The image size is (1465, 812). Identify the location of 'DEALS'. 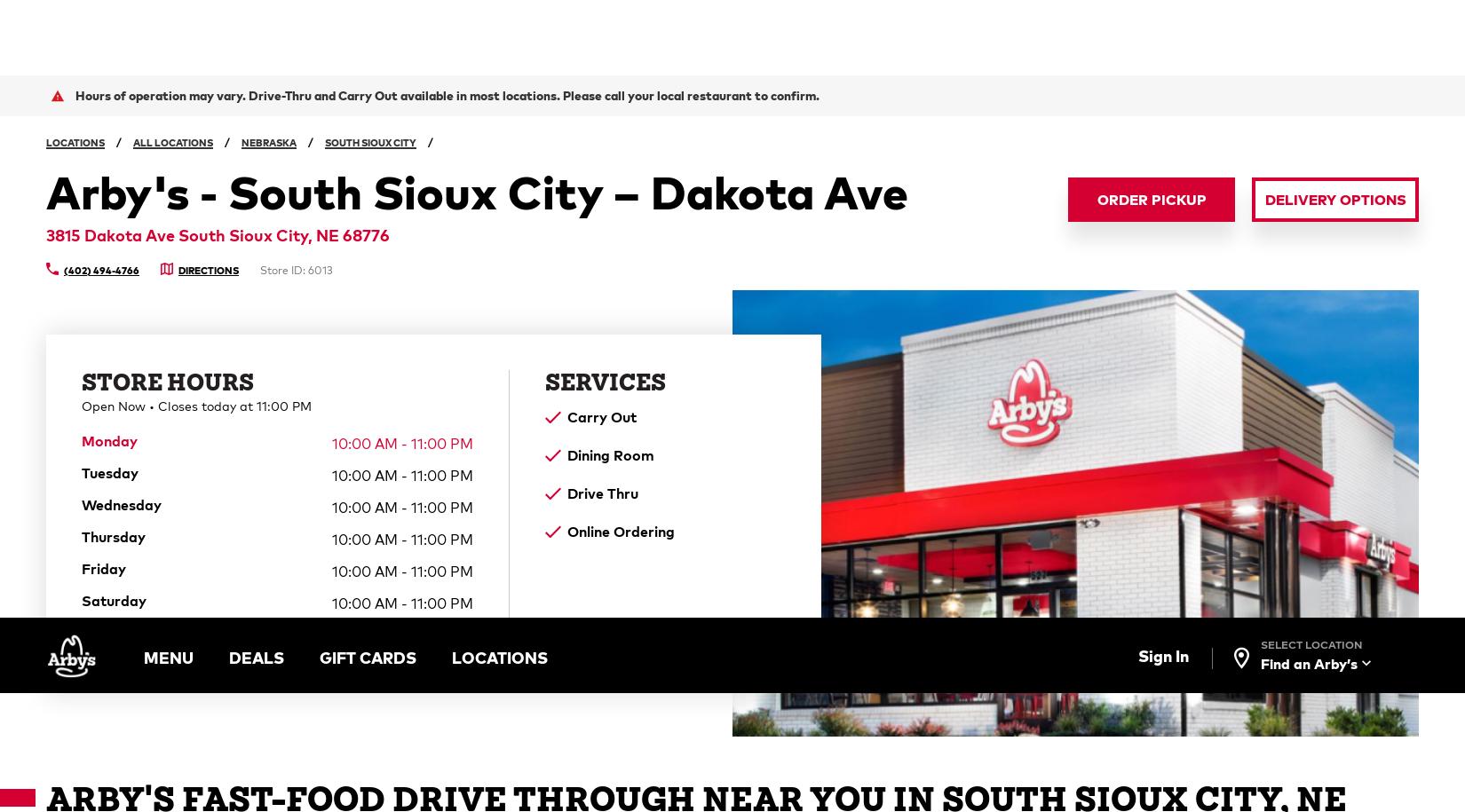
(229, 39).